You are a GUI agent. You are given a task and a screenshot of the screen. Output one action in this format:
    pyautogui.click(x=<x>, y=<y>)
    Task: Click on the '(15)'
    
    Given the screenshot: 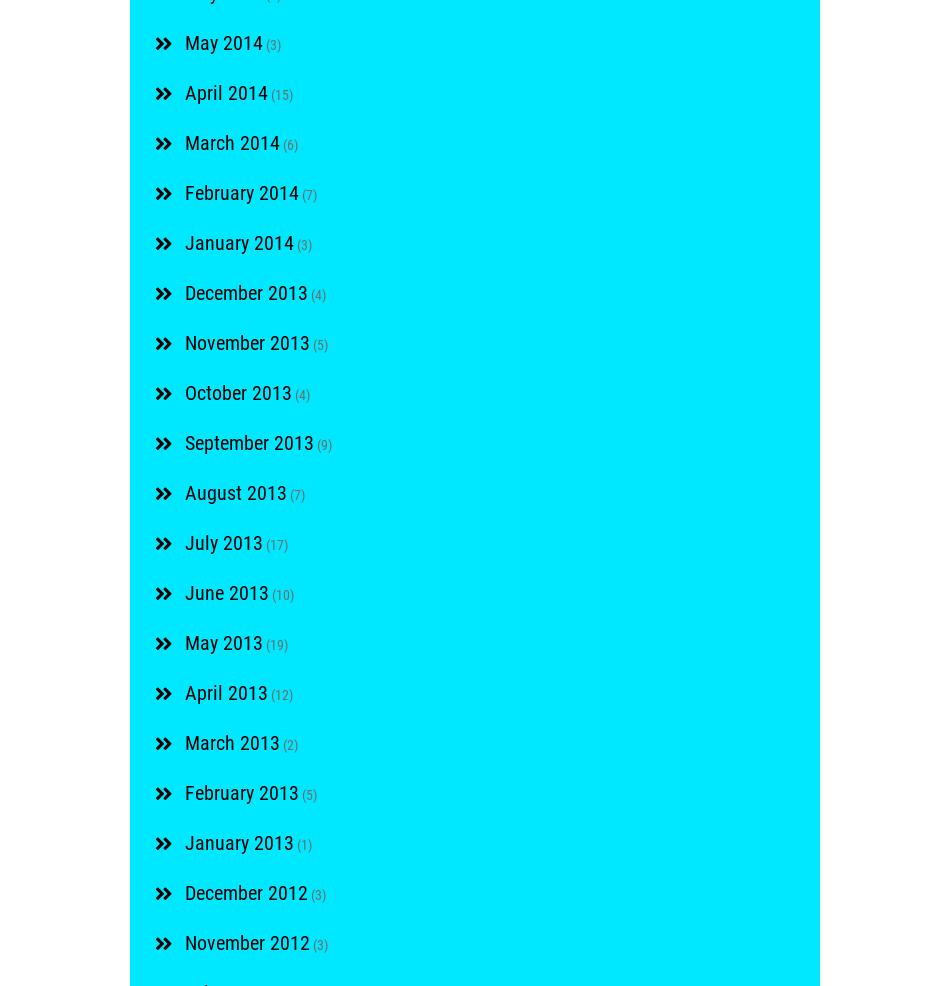 What is the action you would take?
    pyautogui.click(x=279, y=93)
    